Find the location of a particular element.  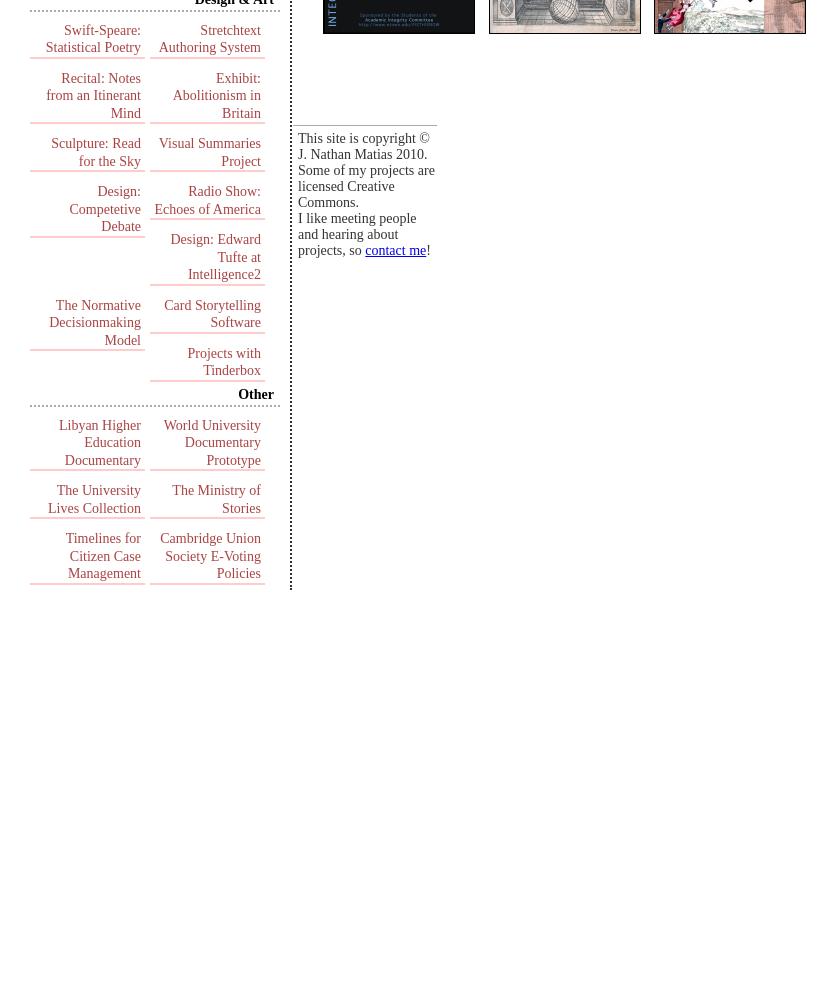

'Radio Show: Echoes of America' is located at coordinates (154, 199).